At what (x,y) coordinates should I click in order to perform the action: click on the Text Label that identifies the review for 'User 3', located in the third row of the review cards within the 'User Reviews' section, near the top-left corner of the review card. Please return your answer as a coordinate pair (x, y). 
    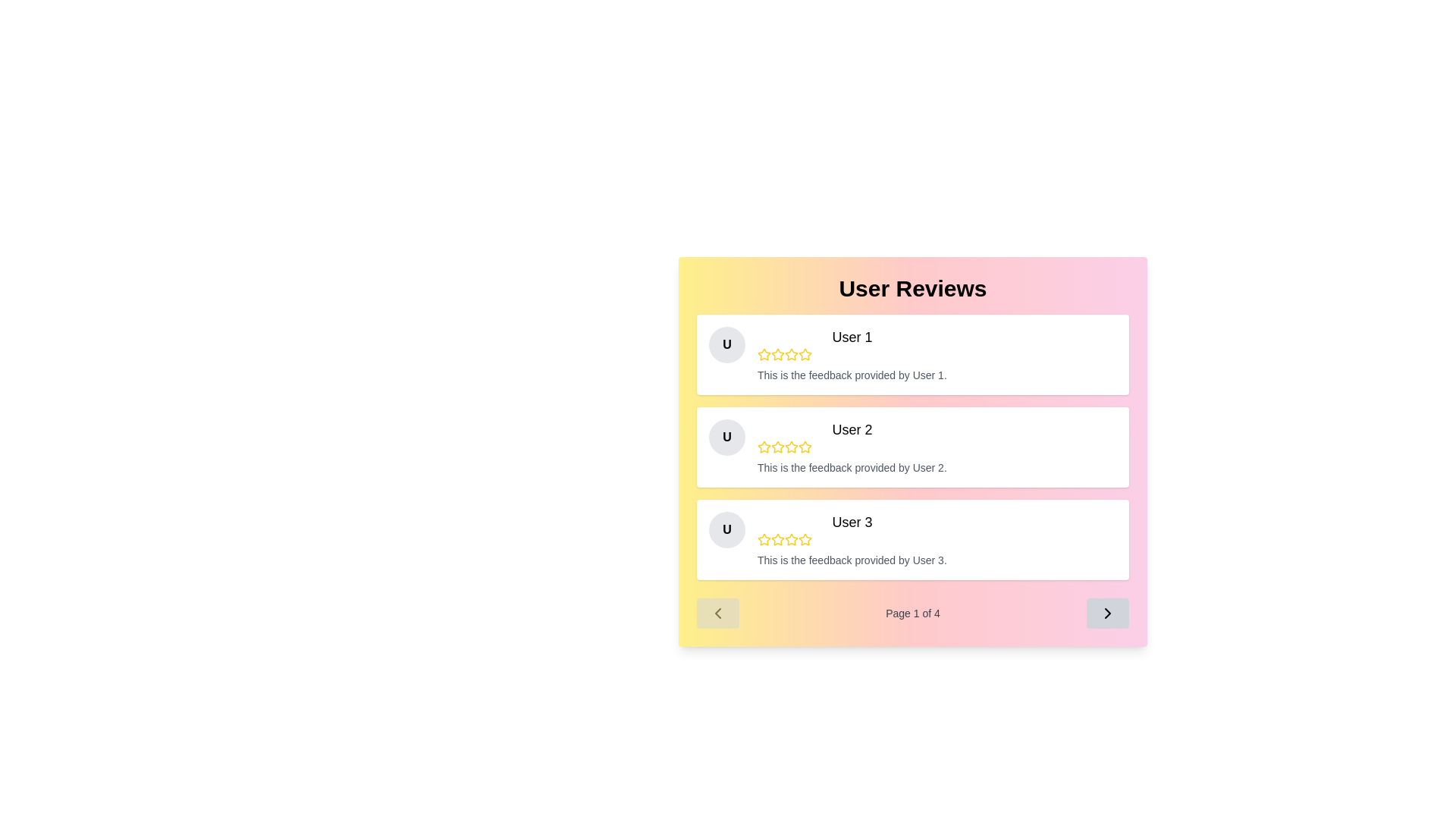
    Looking at the image, I should click on (852, 522).